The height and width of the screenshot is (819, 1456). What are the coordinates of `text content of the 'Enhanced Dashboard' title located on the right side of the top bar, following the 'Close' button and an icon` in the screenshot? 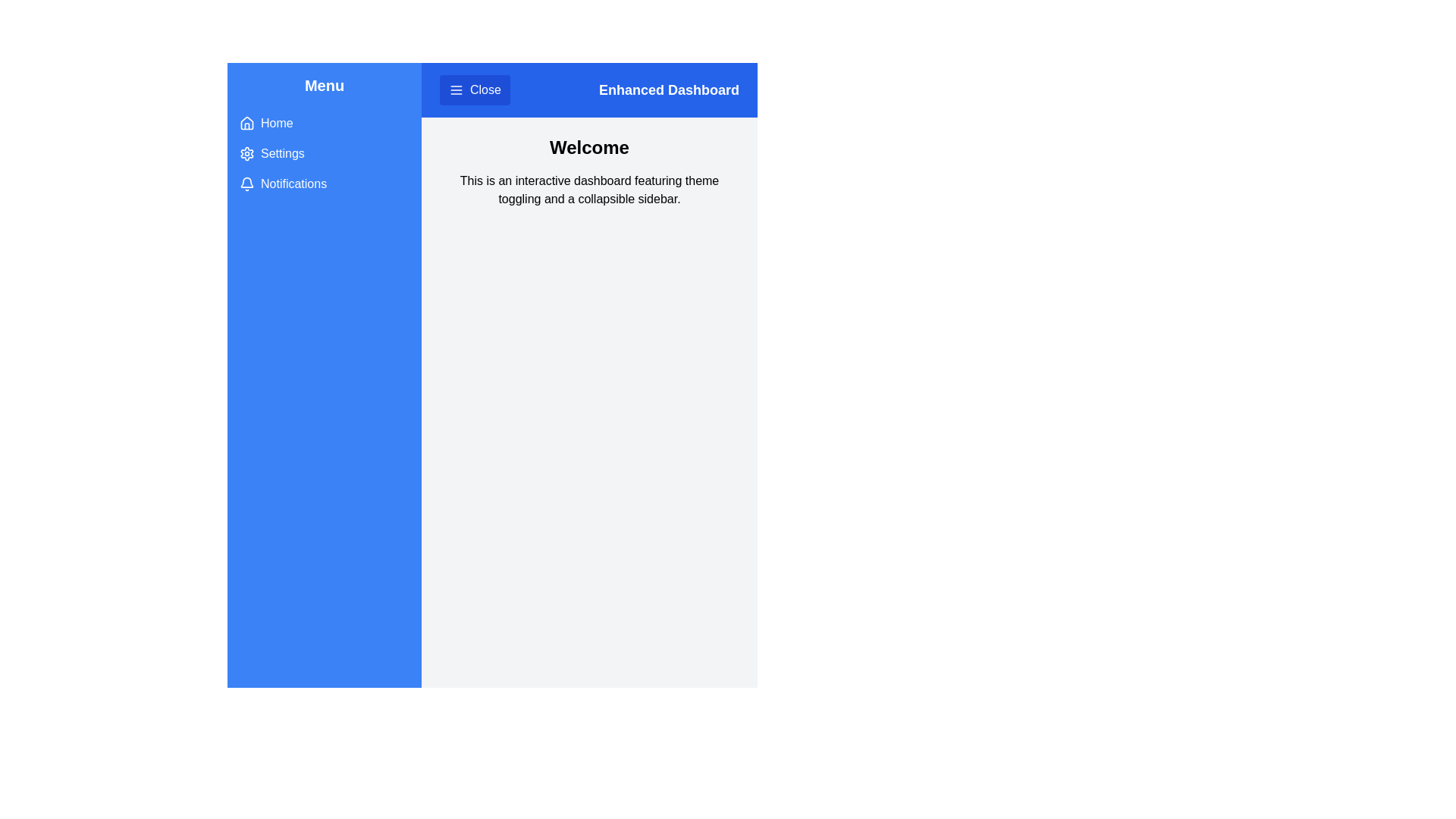 It's located at (668, 90).